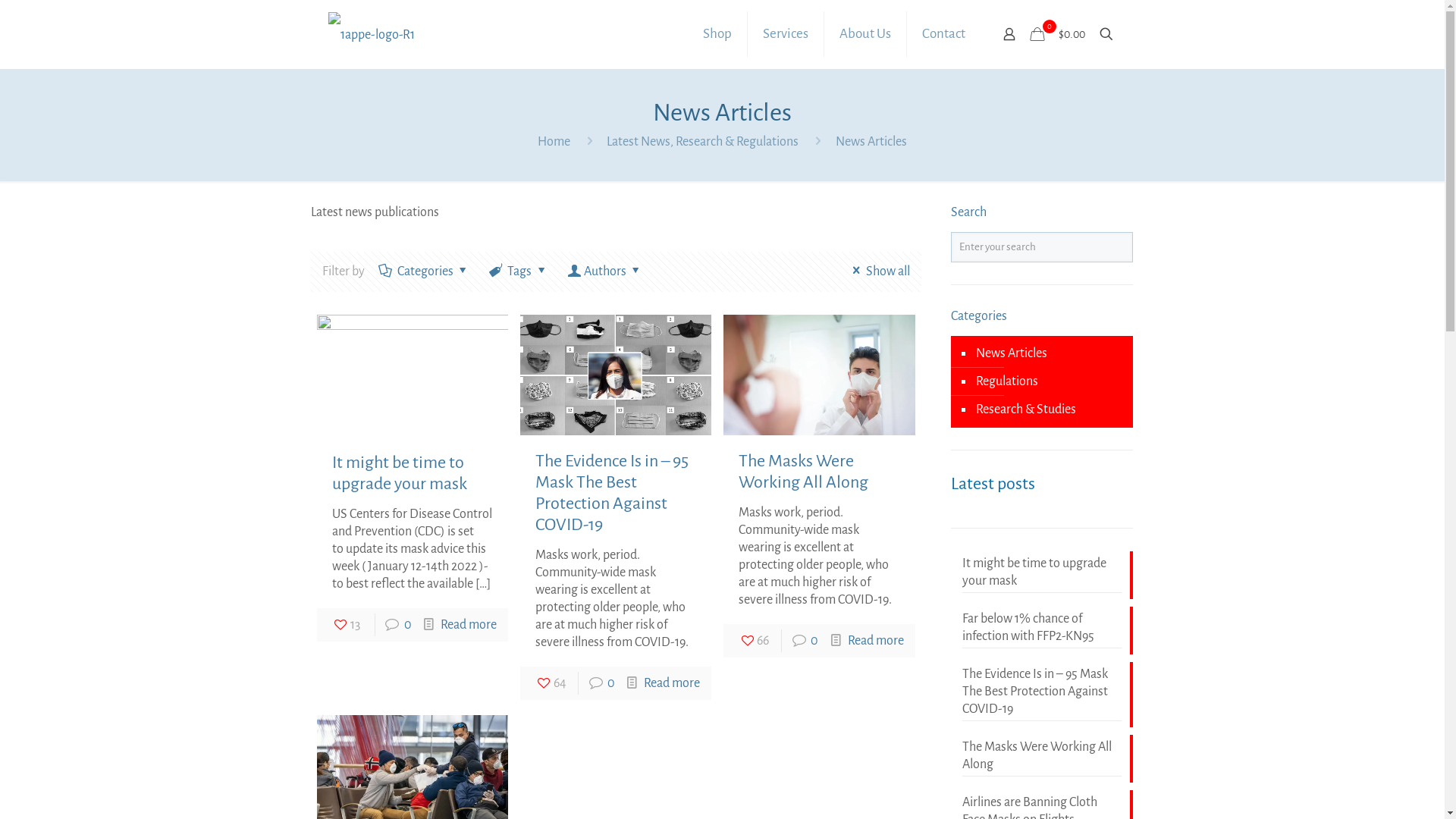 The image size is (1456, 819). What do you see at coordinates (786, 34) in the screenshot?
I see `'Services'` at bounding box center [786, 34].